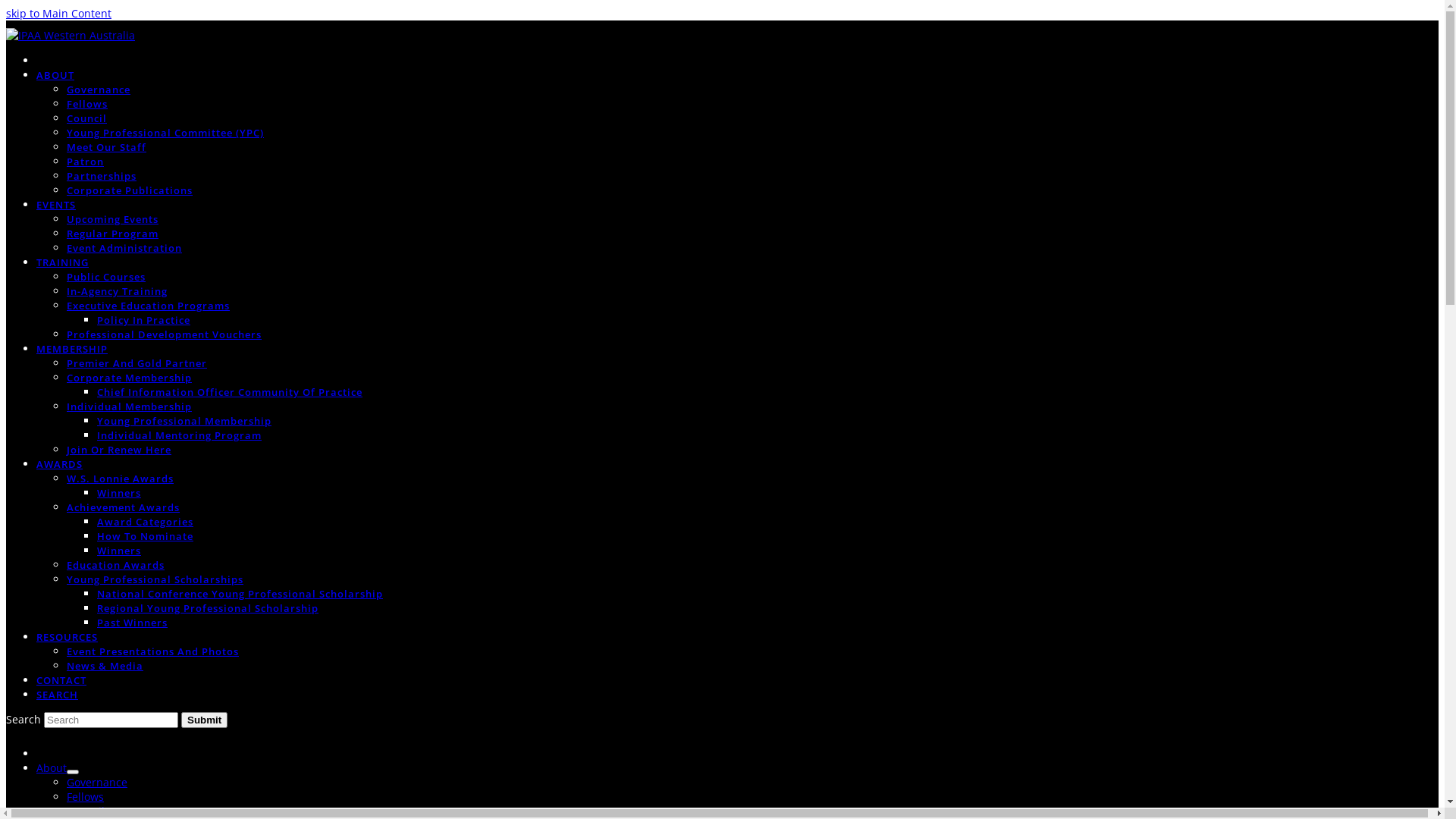 The width and height of the screenshot is (1456, 819). Describe the element at coordinates (66, 636) in the screenshot. I see `'RESOURCES'` at that location.